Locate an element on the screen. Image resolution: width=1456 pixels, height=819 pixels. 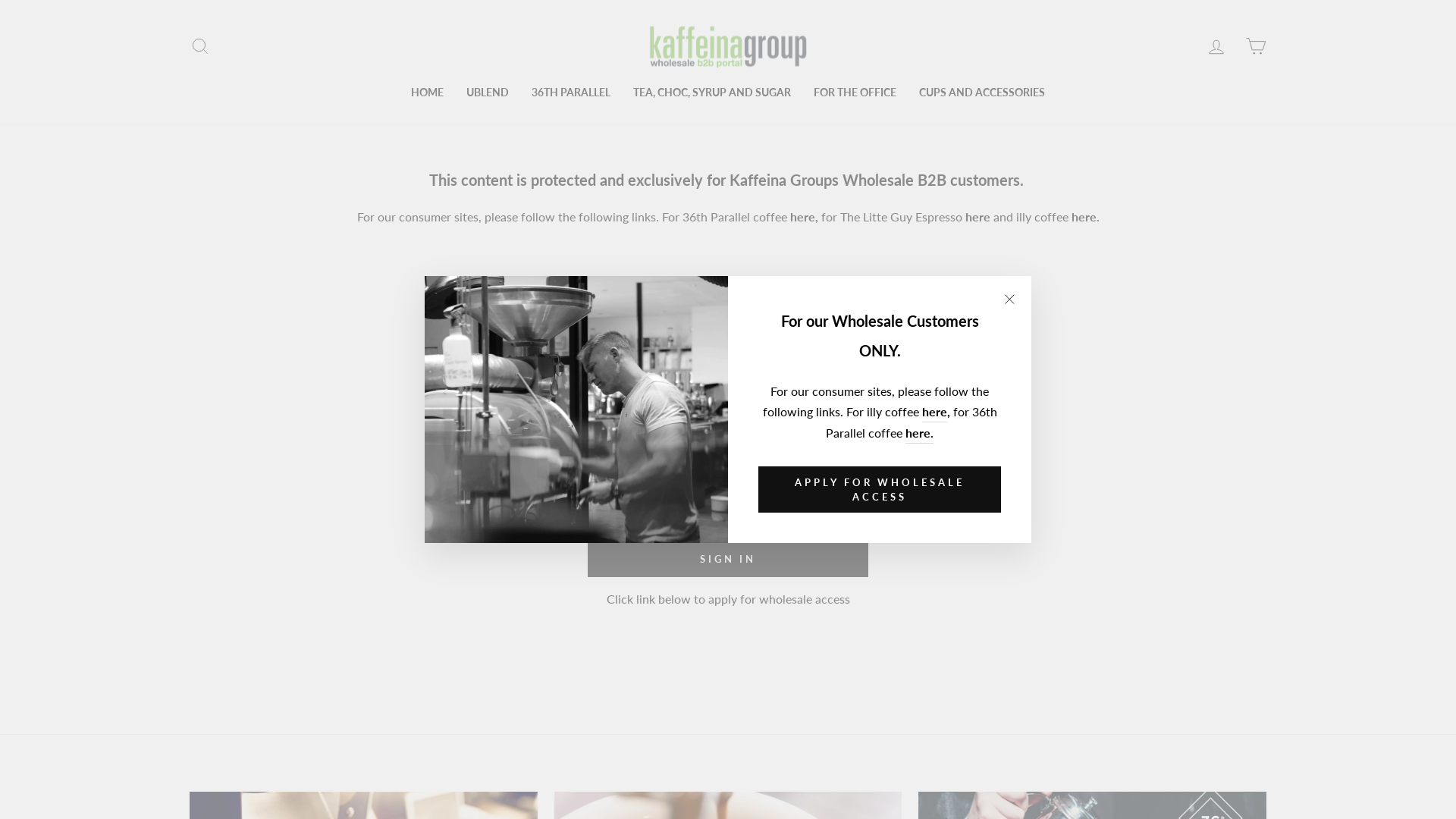
'UBLEND' is located at coordinates (454, 93).